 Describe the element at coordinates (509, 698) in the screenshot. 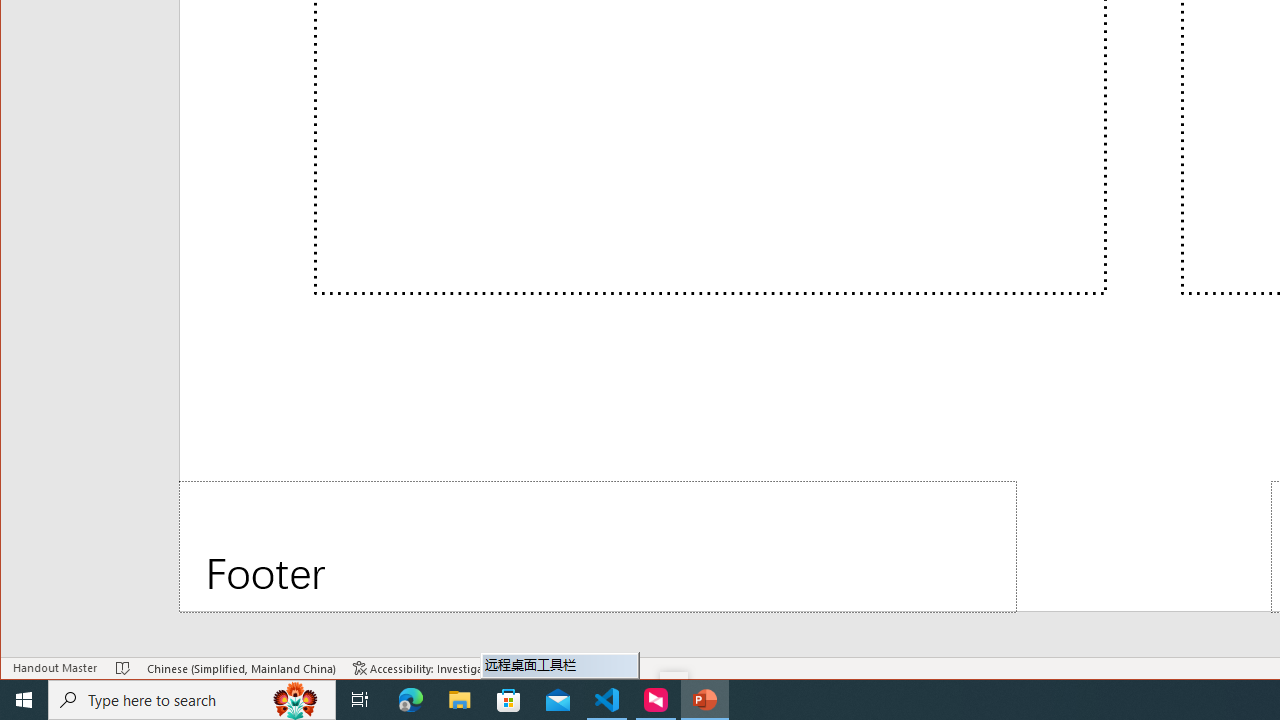

I see `'Microsoft Store'` at that location.